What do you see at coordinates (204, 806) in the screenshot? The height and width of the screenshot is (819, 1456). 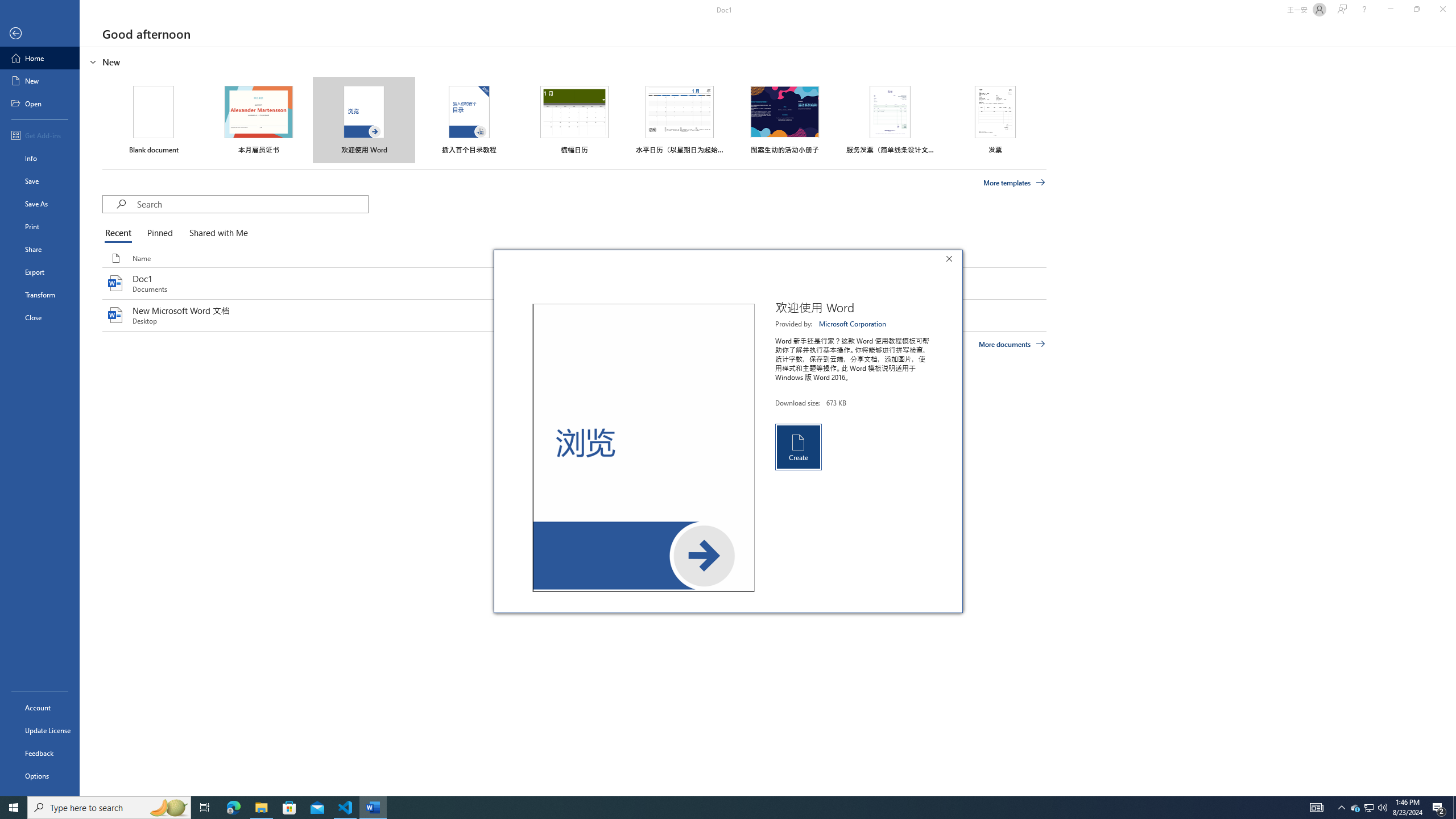 I see `'Task View'` at bounding box center [204, 806].